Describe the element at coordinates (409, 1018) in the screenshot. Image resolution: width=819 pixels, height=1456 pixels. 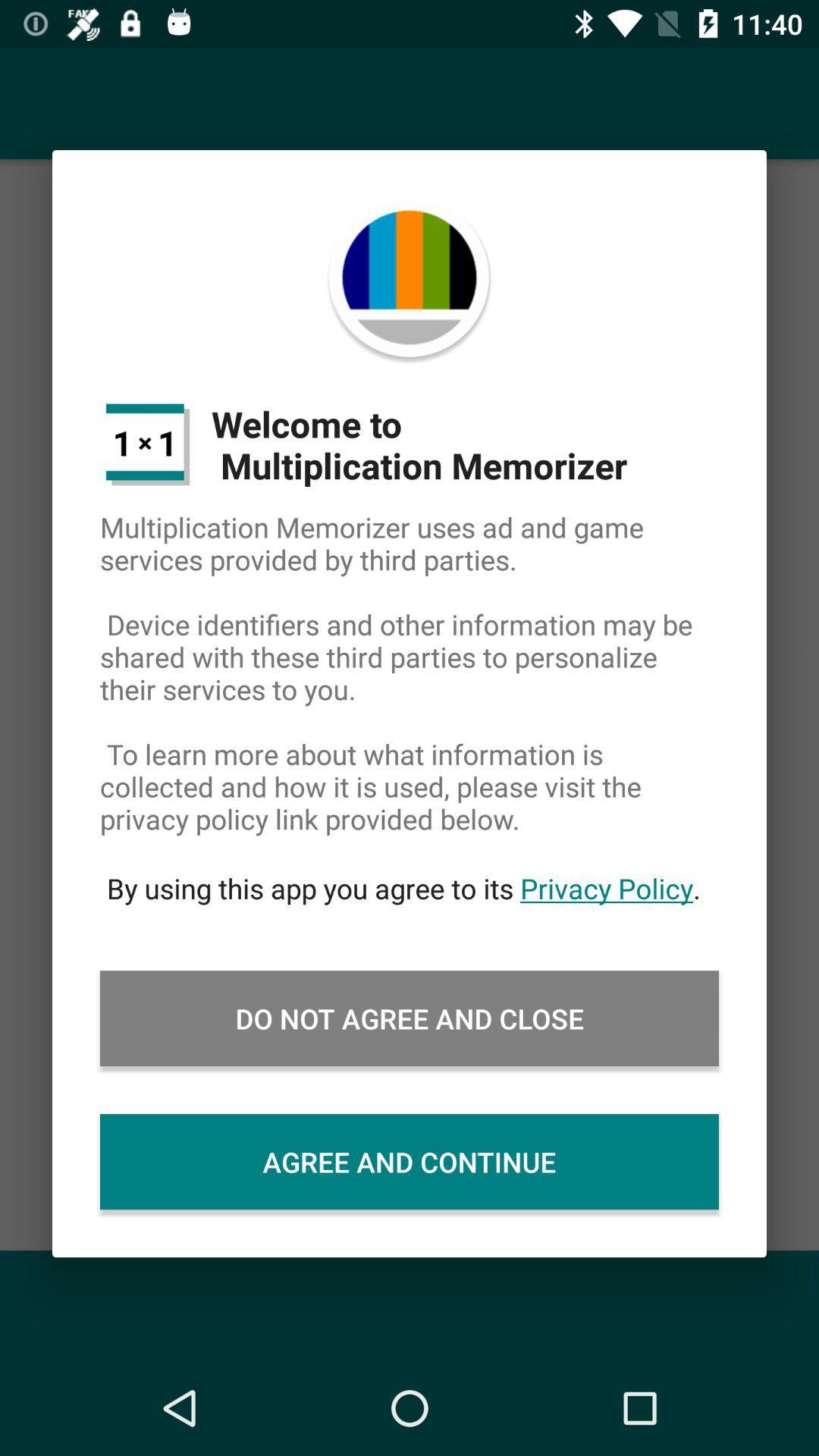
I see `item below by using this` at that location.